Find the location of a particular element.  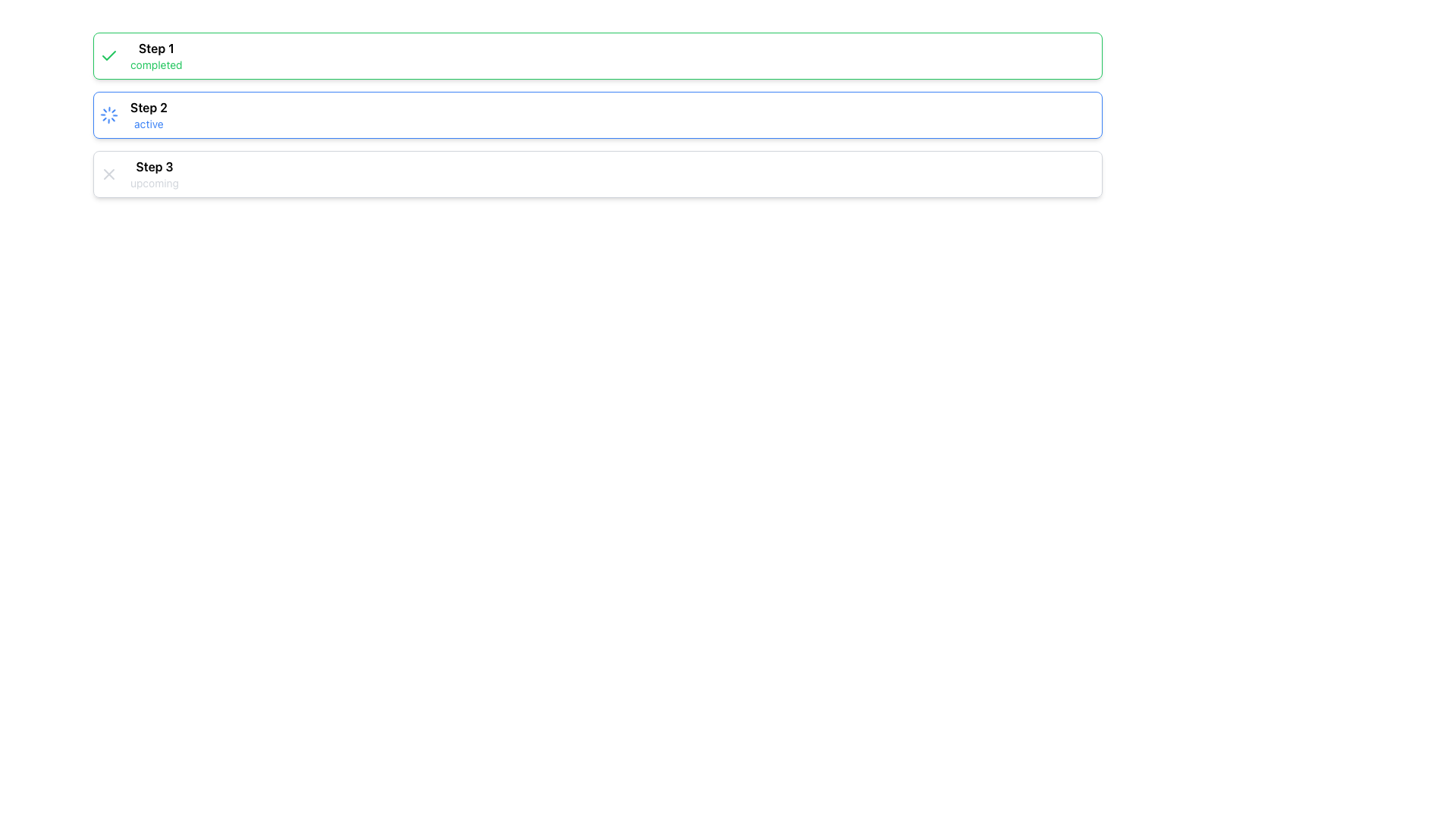

the status indicator text label showing 'active' for 'Step 2' in the stepper interface is located at coordinates (149, 124).